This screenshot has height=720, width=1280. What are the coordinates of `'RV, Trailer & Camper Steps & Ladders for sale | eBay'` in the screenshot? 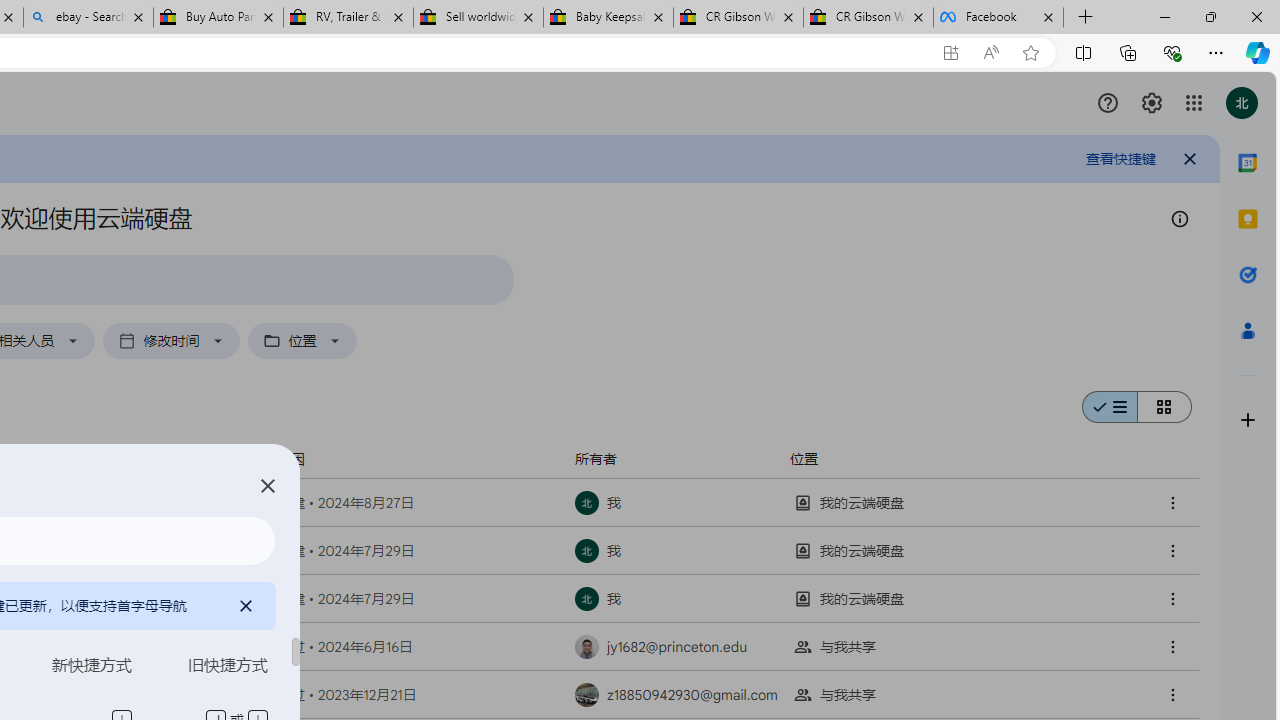 It's located at (348, 17).